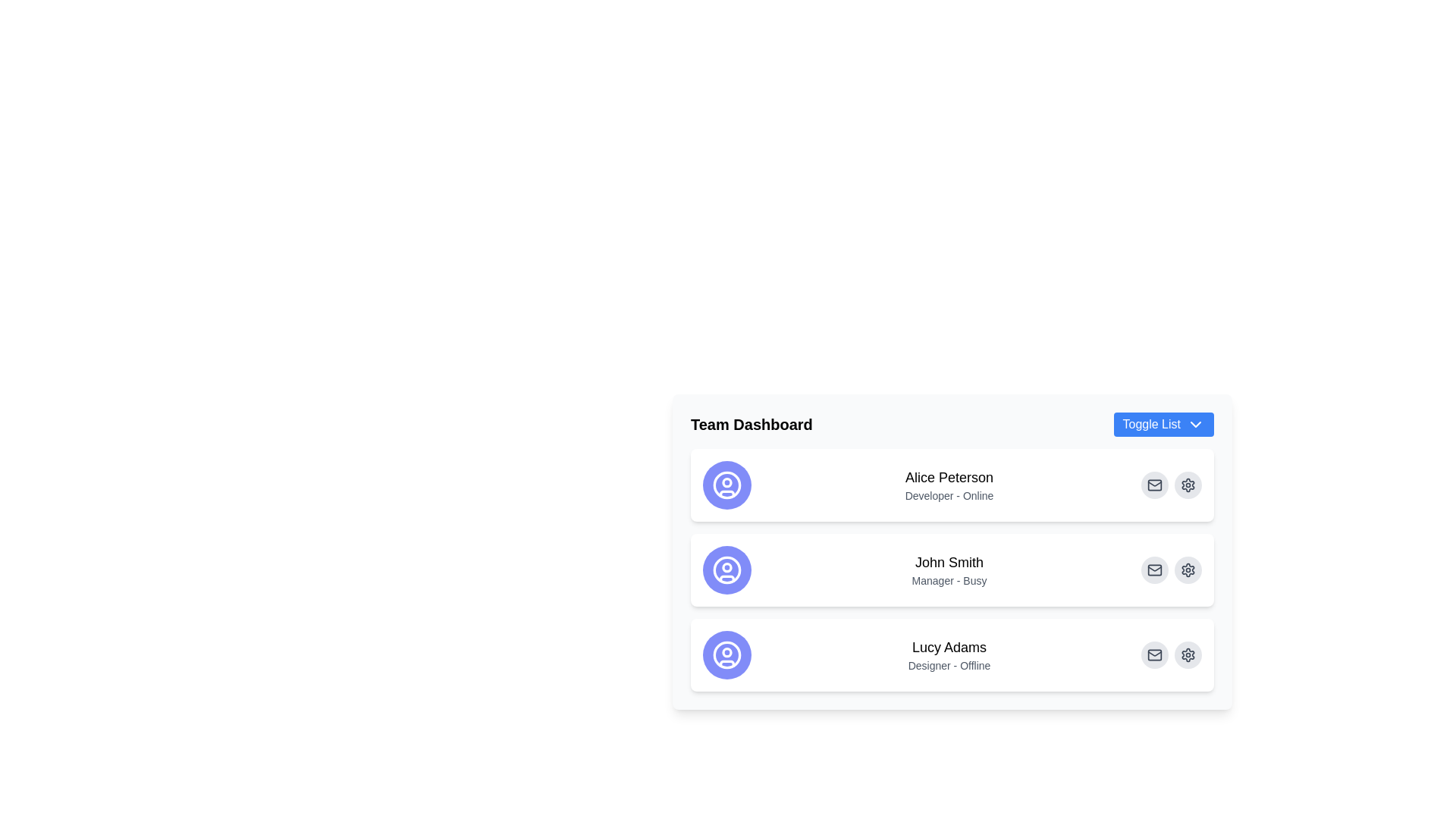 The image size is (1456, 819). I want to click on the profile icon for user 'Lucy Adams' located in the bottommost row of the 'Team Dashboard' section, to the left of her name label, so click(726, 654).